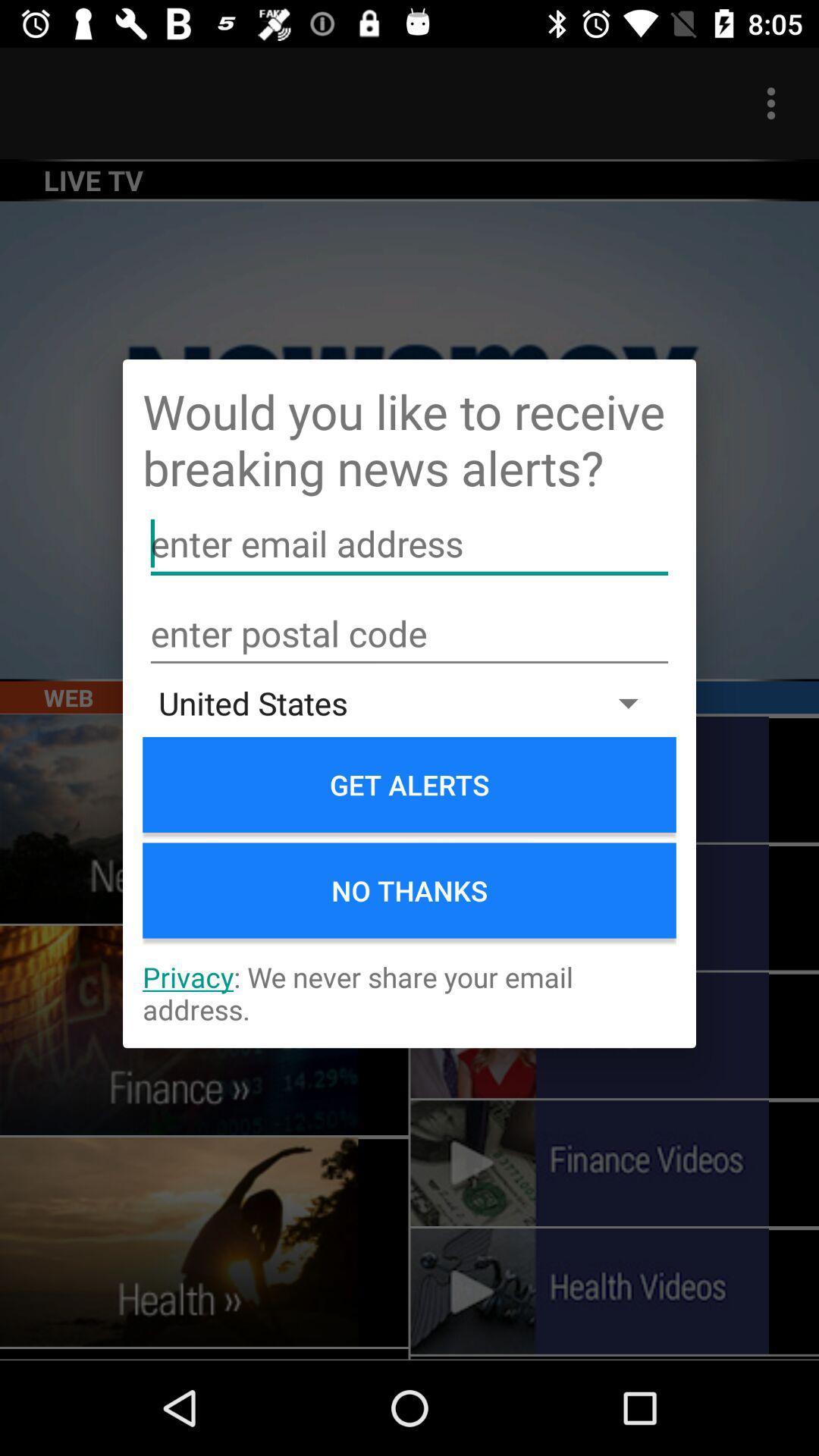 This screenshot has width=819, height=1456. Describe the element at coordinates (409, 634) in the screenshot. I see `postal code form field` at that location.